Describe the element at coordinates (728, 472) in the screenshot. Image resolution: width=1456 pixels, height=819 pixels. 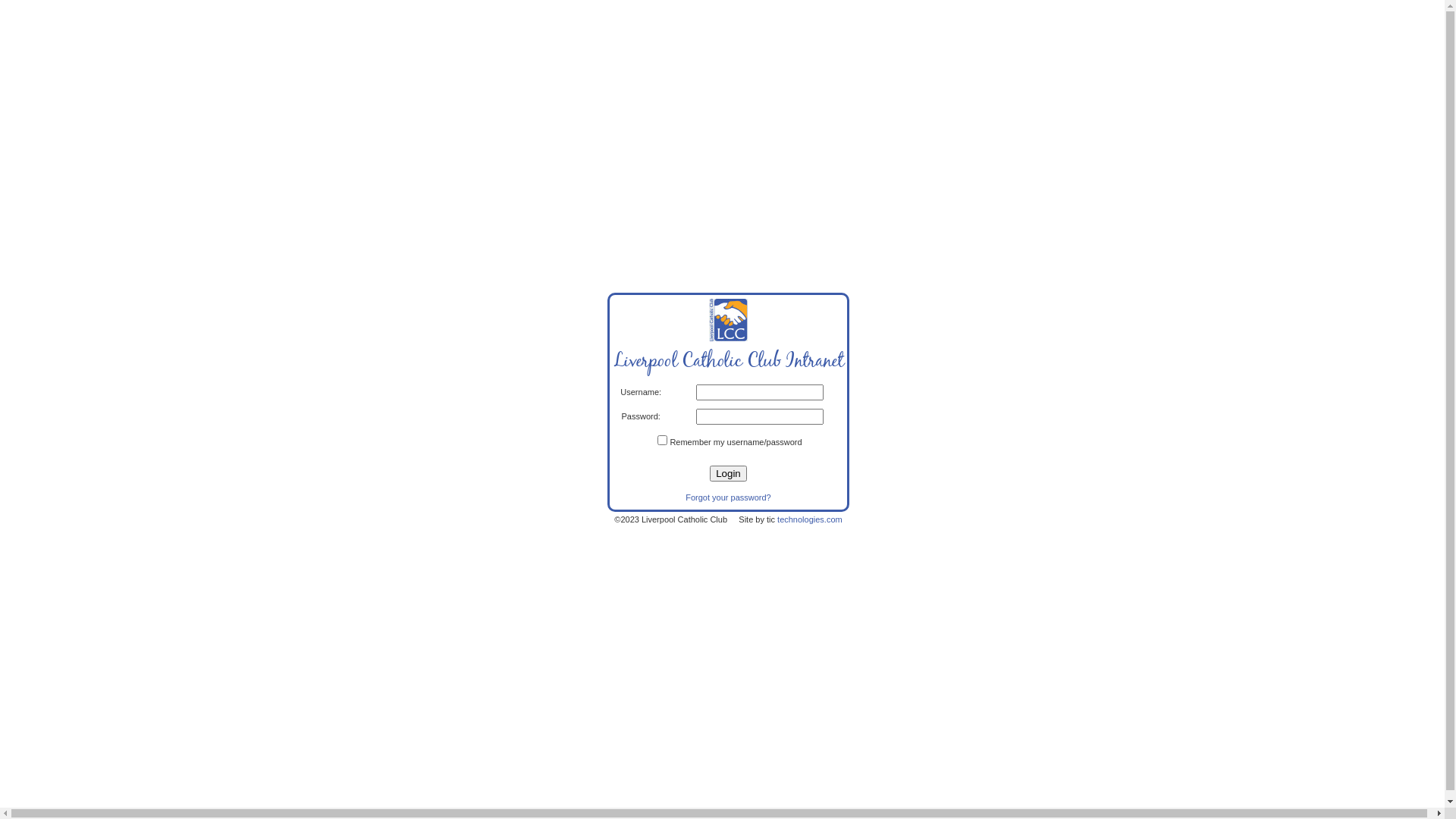
I see `'Login'` at that location.